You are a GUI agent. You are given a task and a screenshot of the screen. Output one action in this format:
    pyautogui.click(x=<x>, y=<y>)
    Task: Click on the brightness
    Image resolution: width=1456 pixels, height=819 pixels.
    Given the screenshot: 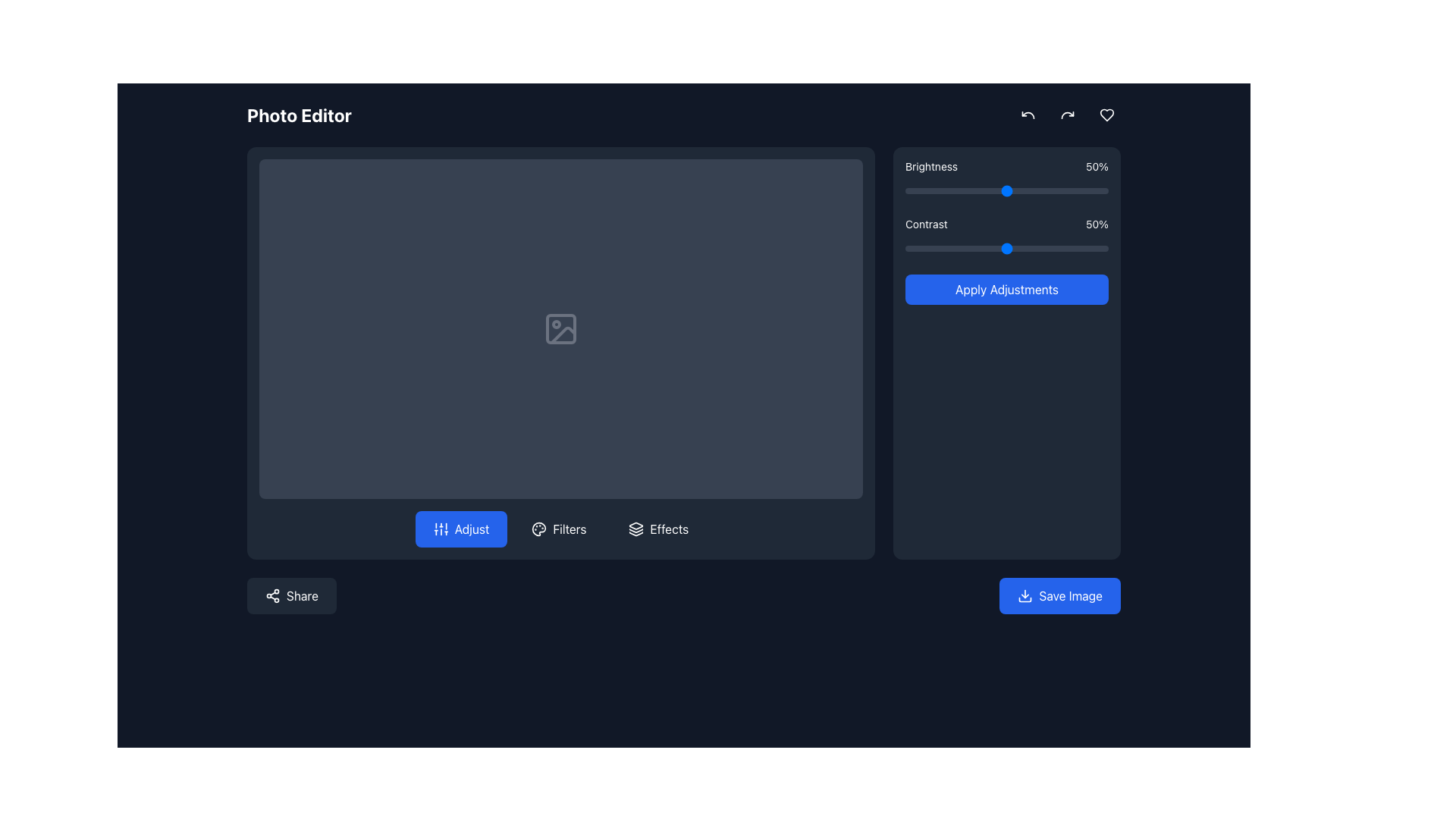 What is the action you would take?
    pyautogui.click(x=1073, y=190)
    